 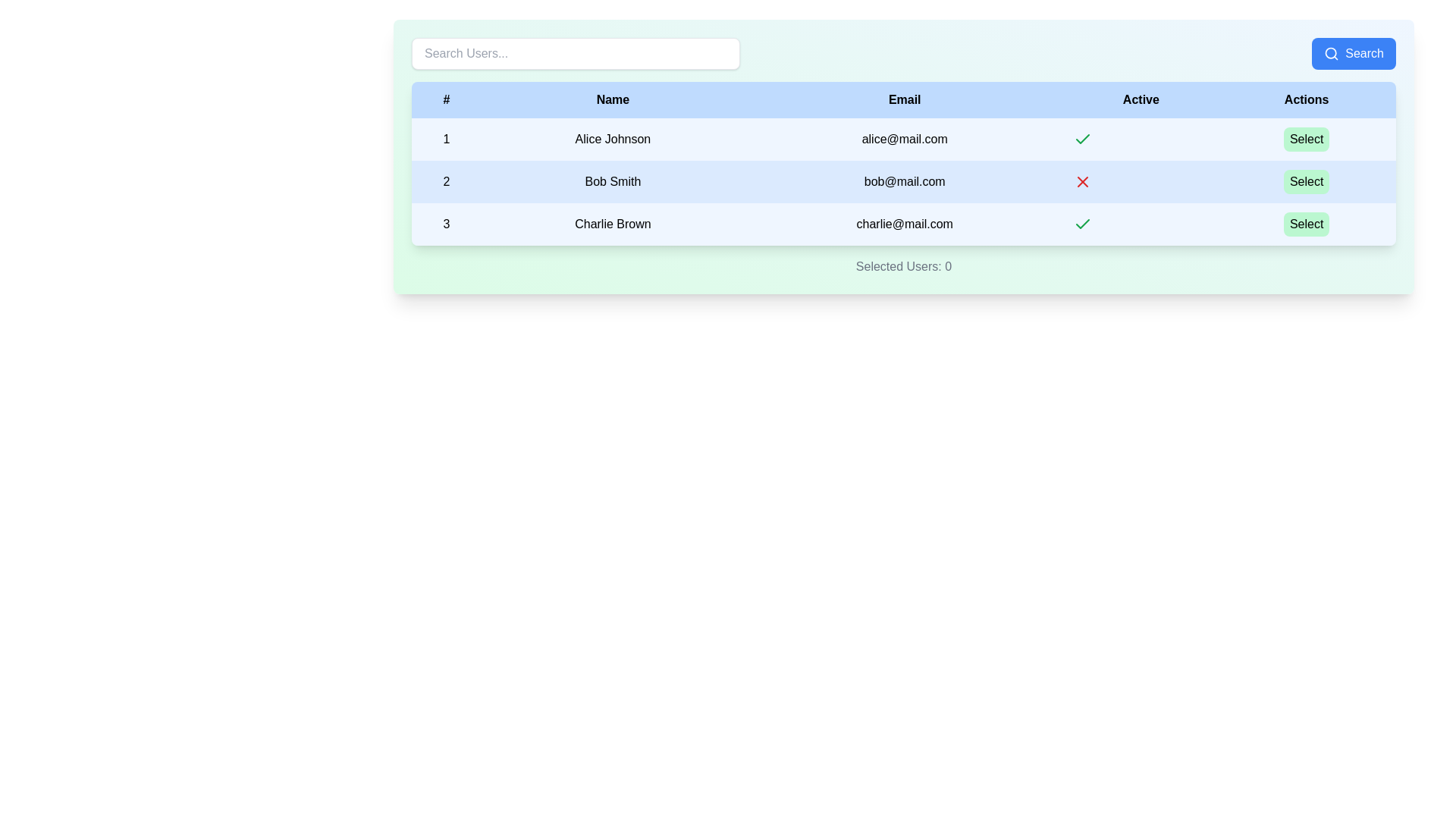 What do you see at coordinates (905, 140) in the screenshot?
I see `the static text field displaying the email address for user Alice Johnson, located in the first row of the table under the 'Email' column` at bounding box center [905, 140].